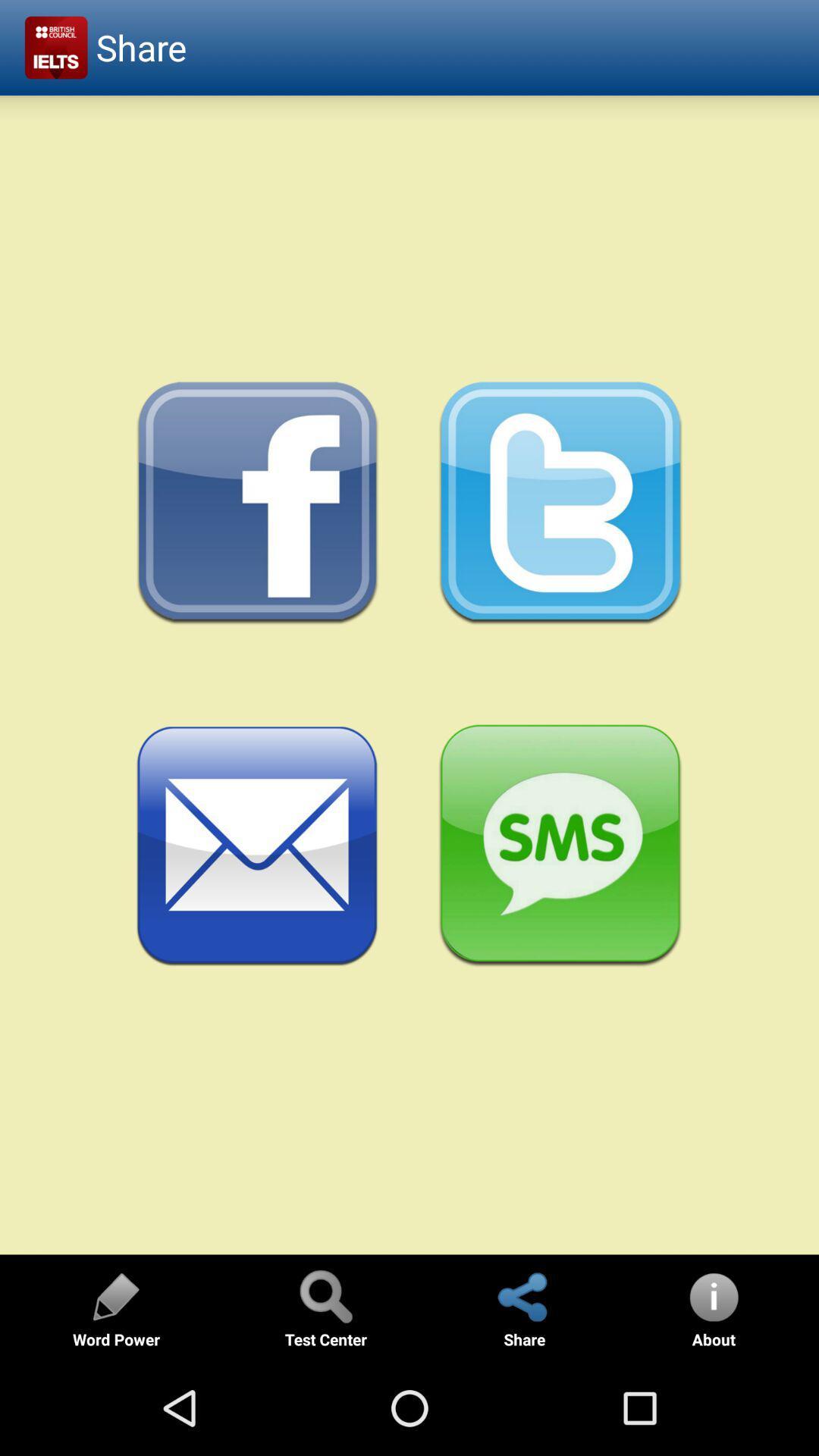 The height and width of the screenshot is (1456, 819). Describe the element at coordinates (257, 504) in the screenshot. I see `facebook share` at that location.